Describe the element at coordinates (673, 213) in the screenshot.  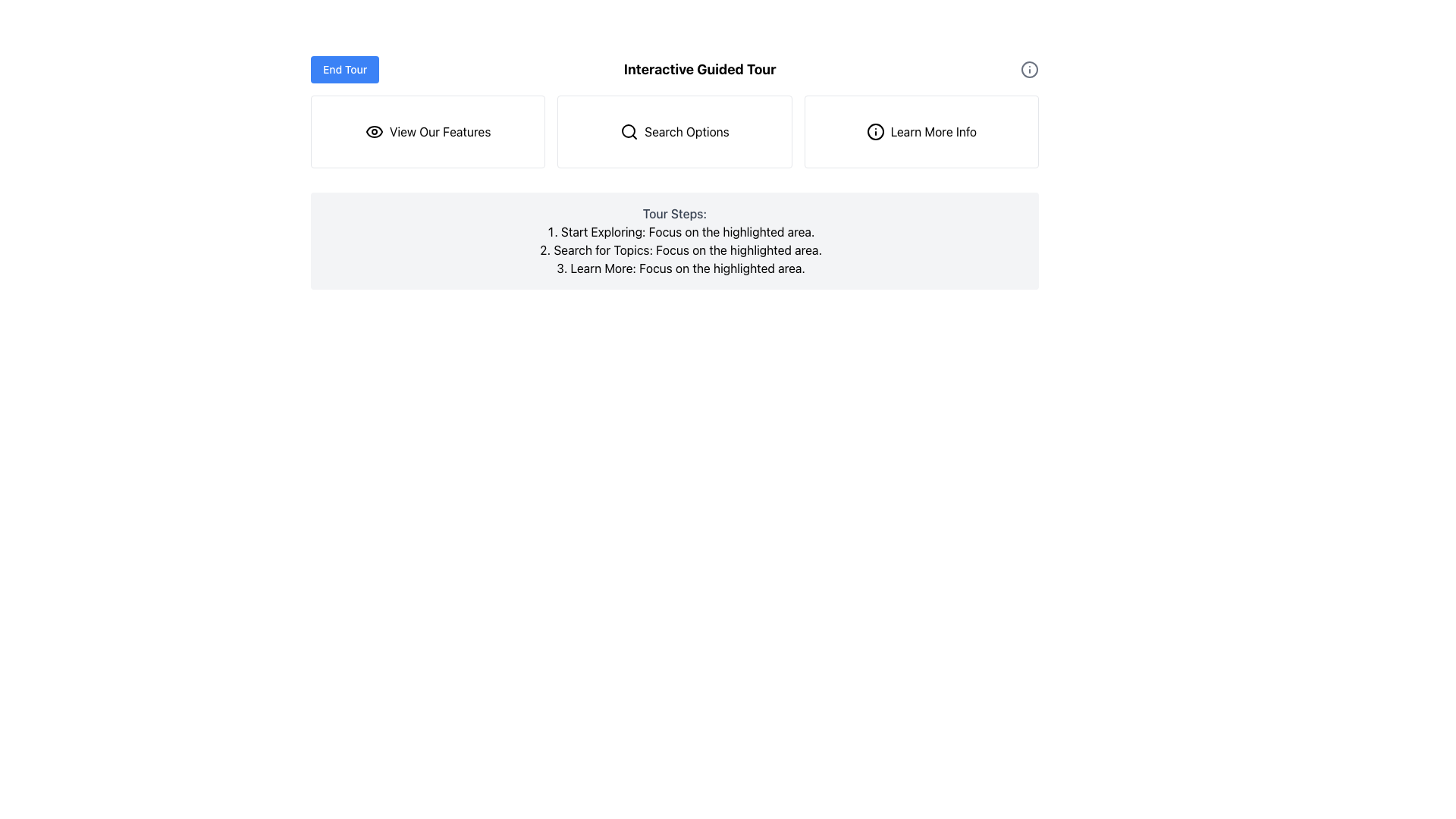
I see `the text label reading 'Tour Steps:' which is positioned above a list of instructions in a medium-sized, bold gray font within a rounded light gray box` at that location.